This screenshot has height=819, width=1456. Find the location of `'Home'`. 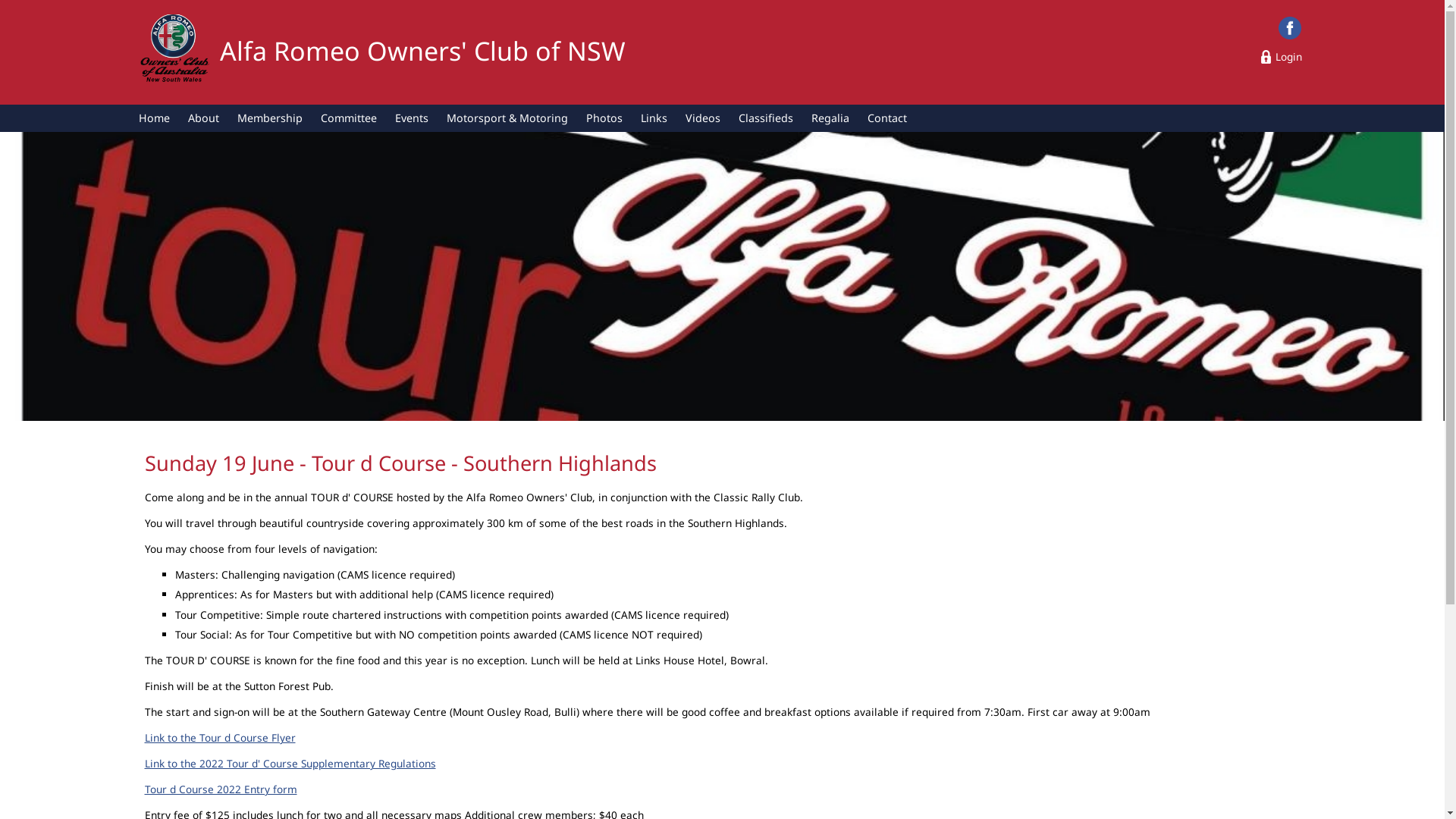

'Home' is located at coordinates (130, 117).